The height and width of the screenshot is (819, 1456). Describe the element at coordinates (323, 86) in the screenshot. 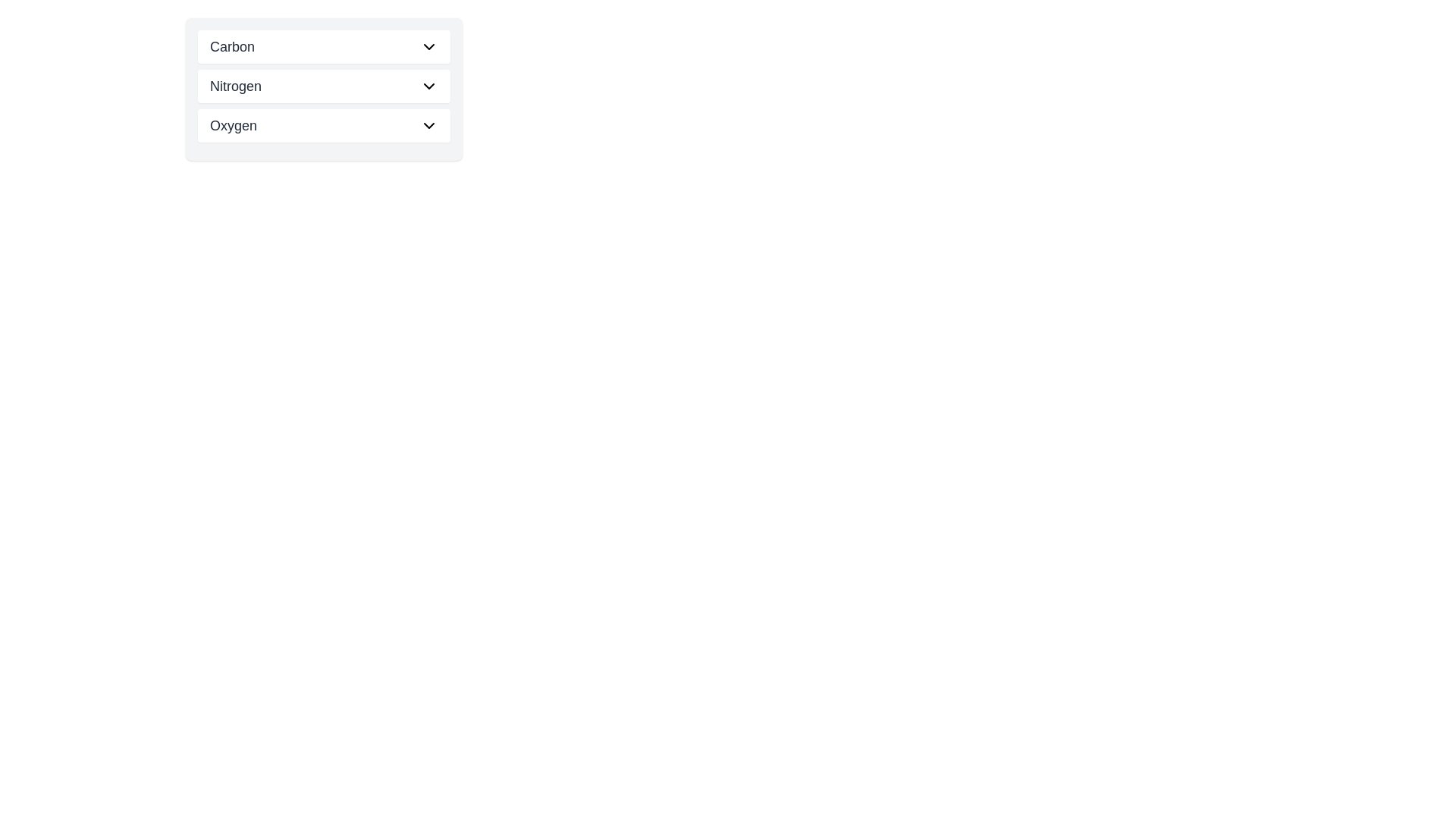

I see `the second item in the dropdown list, which is 'Nitrogen'` at that location.